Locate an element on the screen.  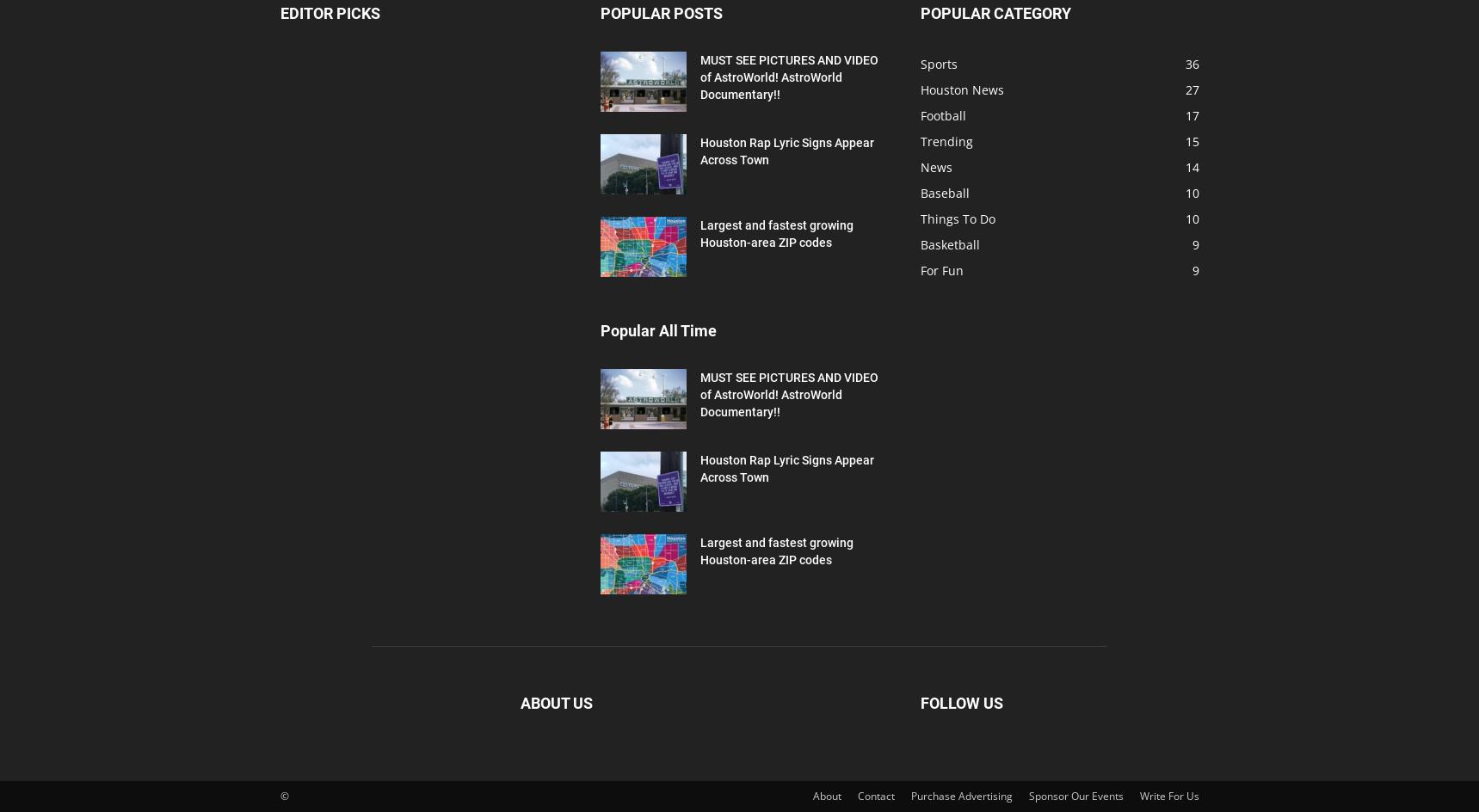
'Trending' is located at coordinates (945, 141).